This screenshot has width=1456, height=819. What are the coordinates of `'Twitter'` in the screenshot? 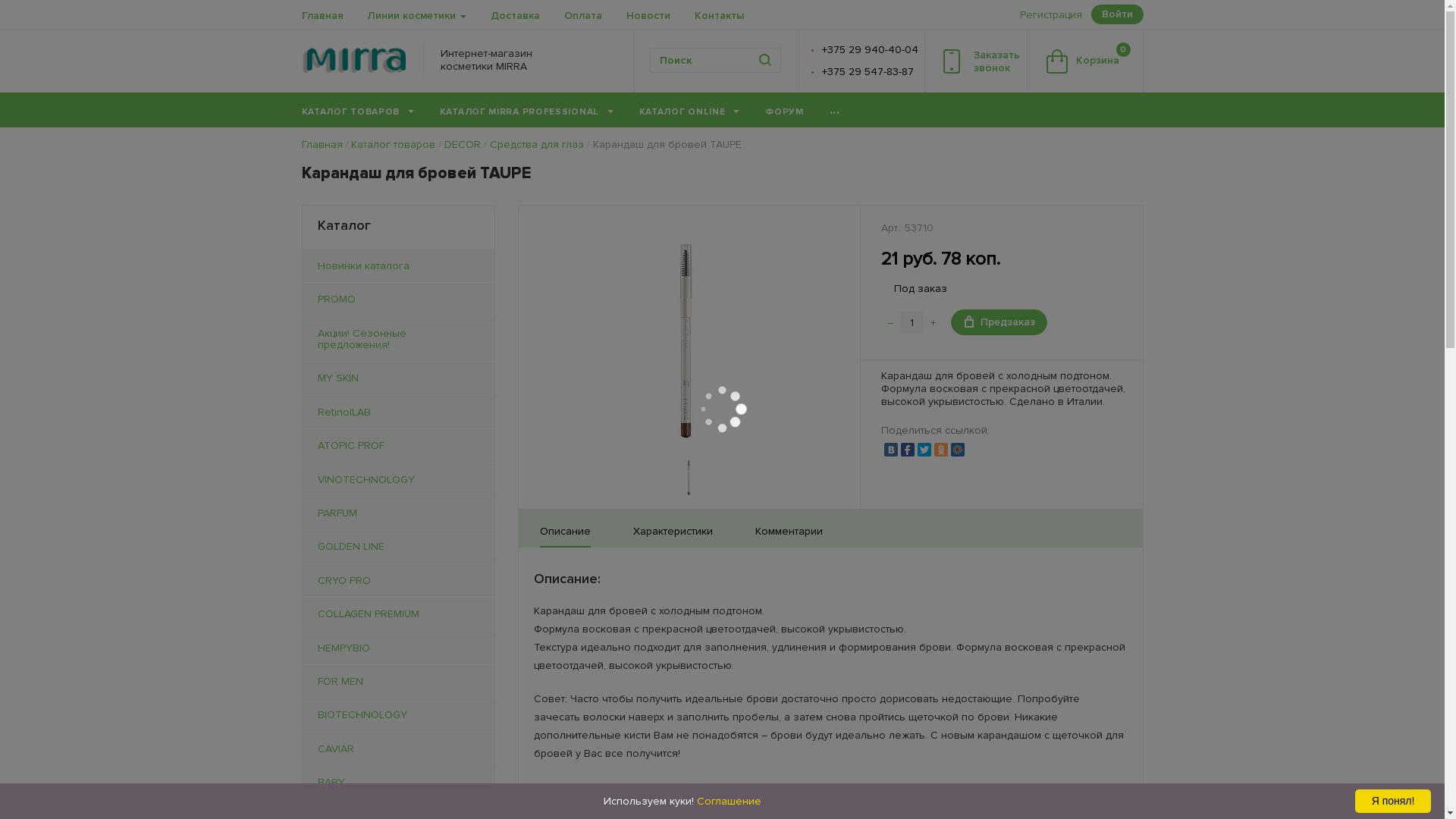 It's located at (924, 449).